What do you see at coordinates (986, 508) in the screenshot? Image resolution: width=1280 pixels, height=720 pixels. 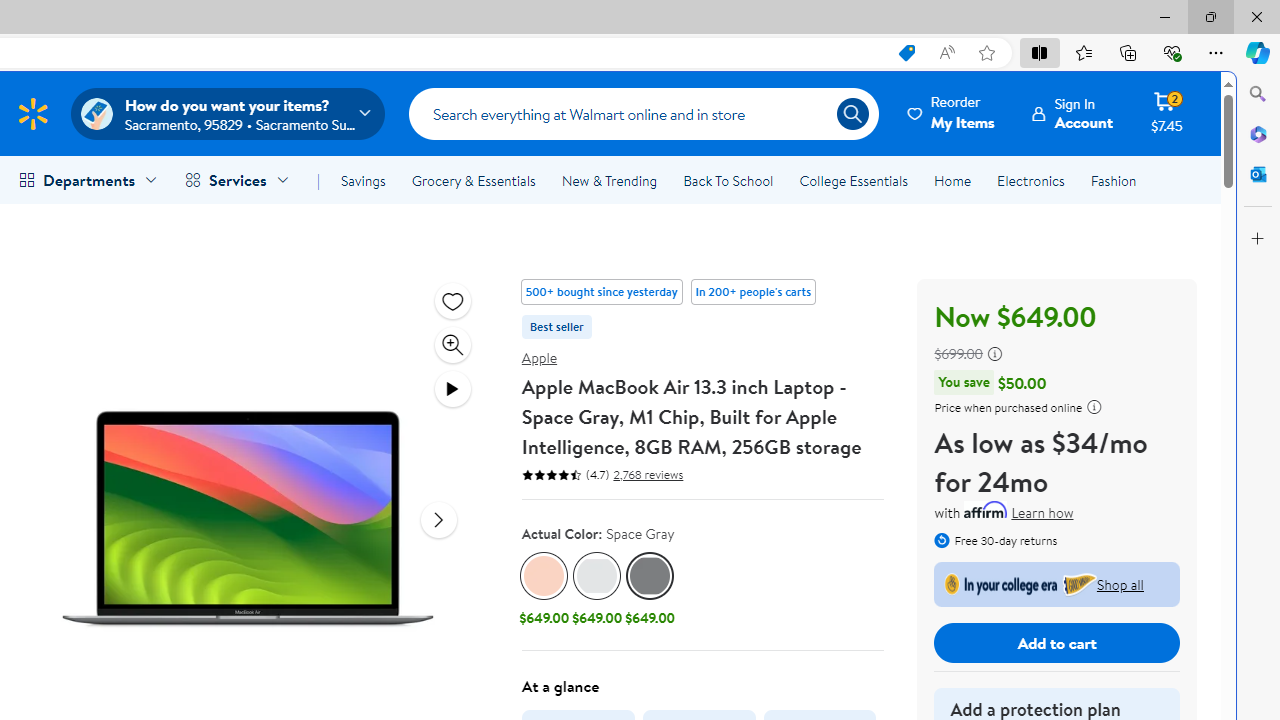 I see `'Affirm'` at bounding box center [986, 508].